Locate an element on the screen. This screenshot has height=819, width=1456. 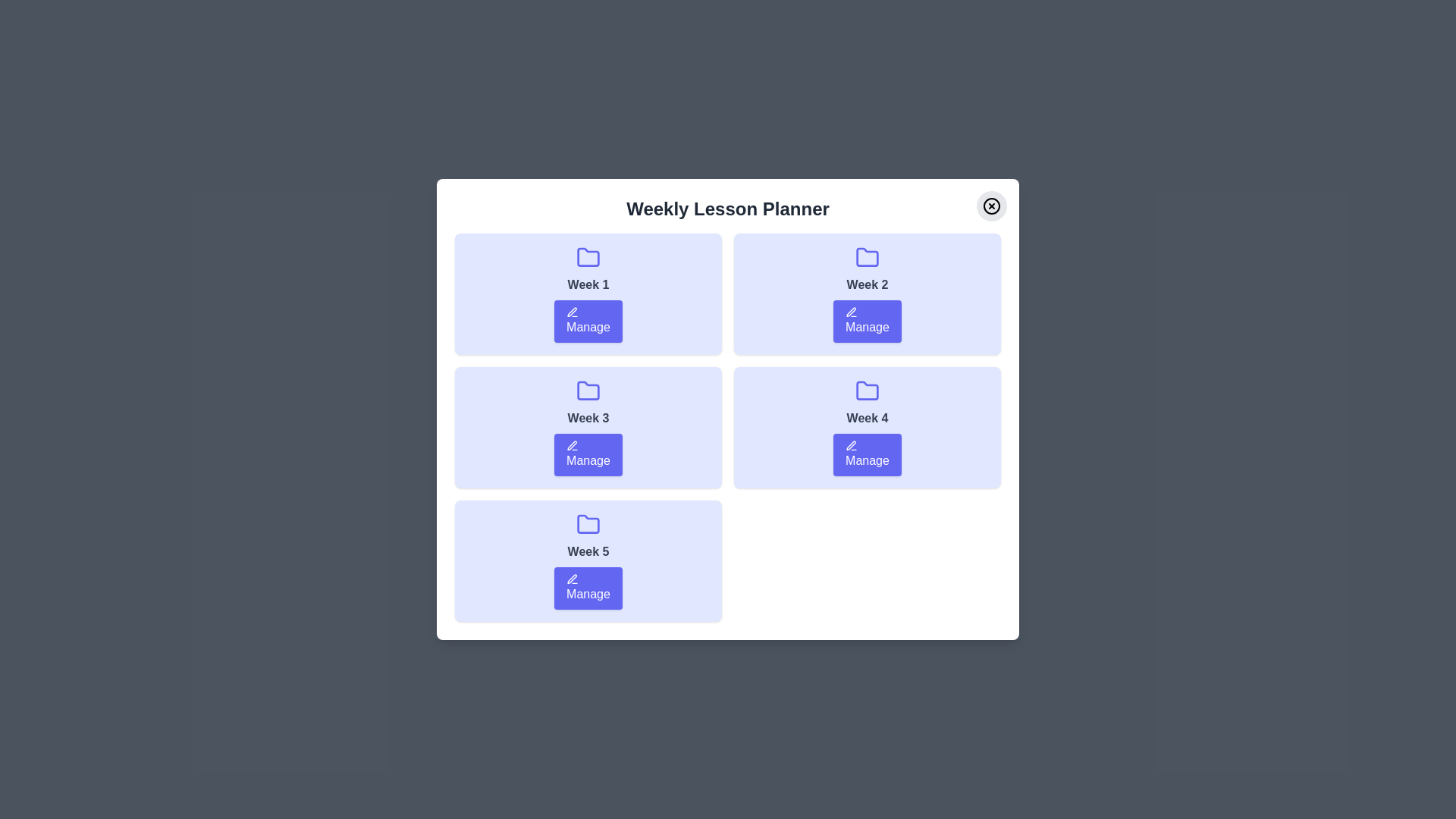
the 'Manage' button for Week 1 is located at coordinates (588, 321).